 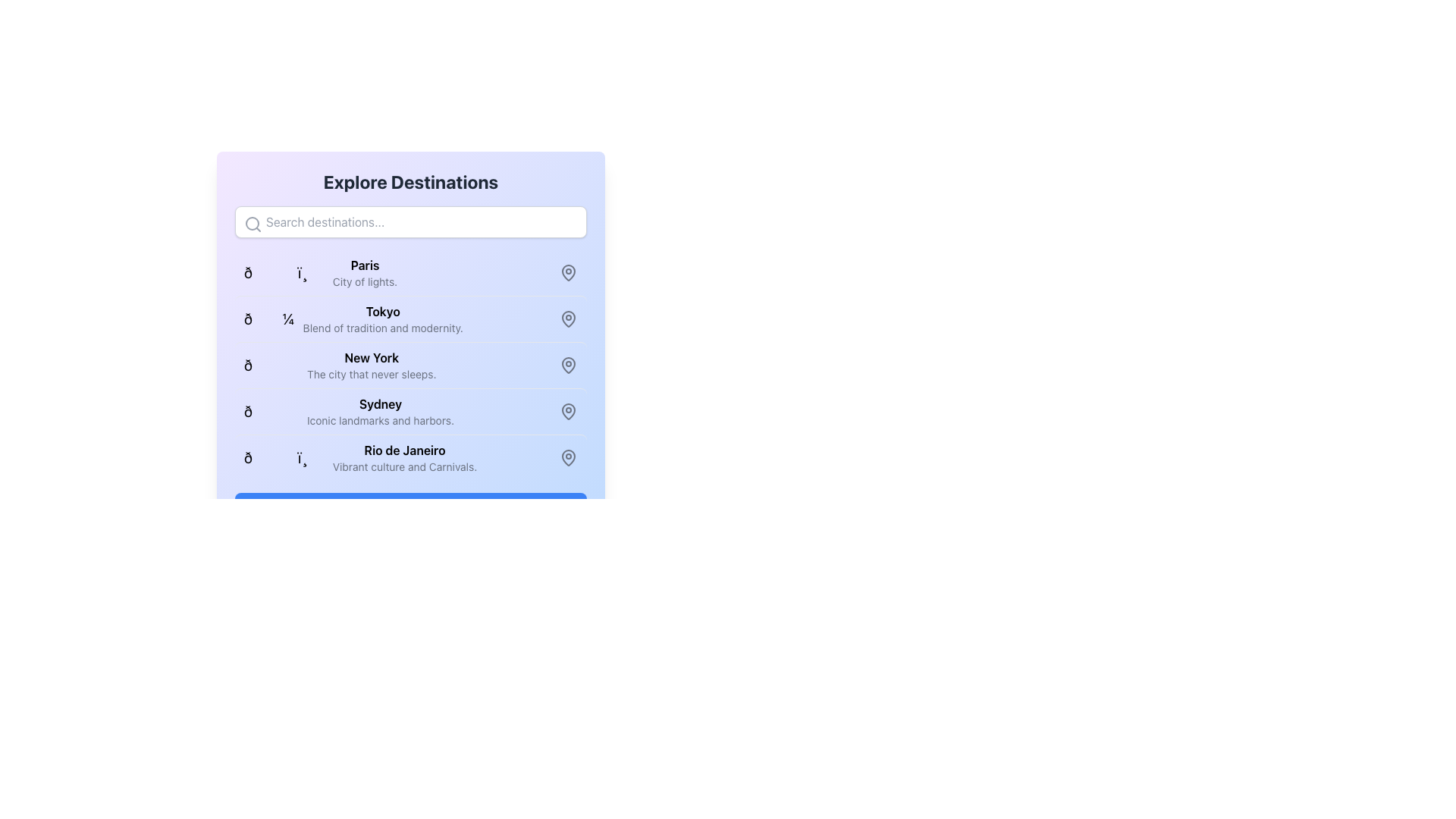 I want to click on the geographic significance icon located at the rightmost side of the row associated with the 'Paris' entry in the destinations list, so click(x=567, y=271).